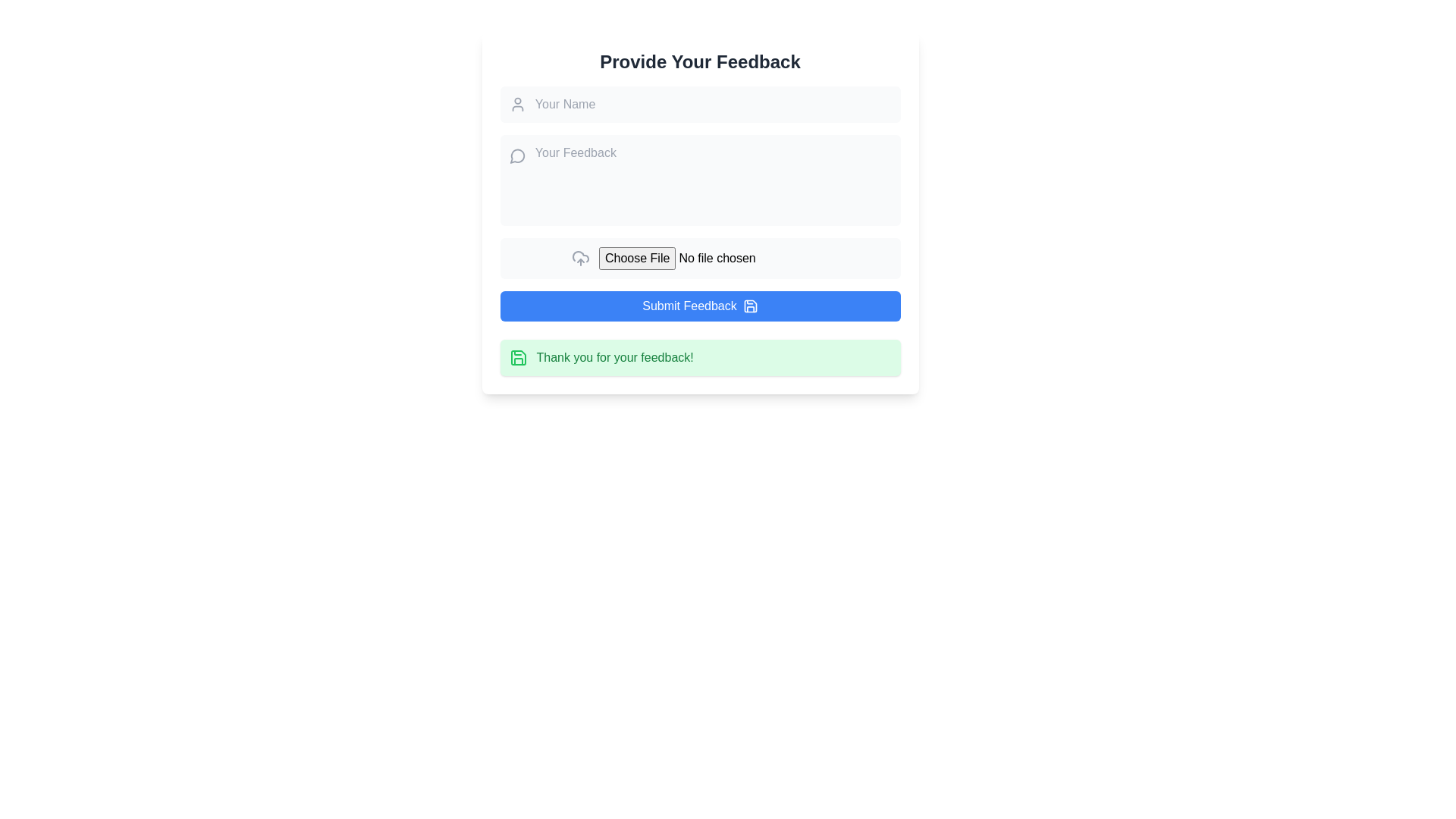  Describe the element at coordinates (518, 357) in the screenshot. I see `the icon that visually accompanies the confirmation message 'Thank you for your feedback!' located in the banner-style area below the feedback form input fields` at that location.